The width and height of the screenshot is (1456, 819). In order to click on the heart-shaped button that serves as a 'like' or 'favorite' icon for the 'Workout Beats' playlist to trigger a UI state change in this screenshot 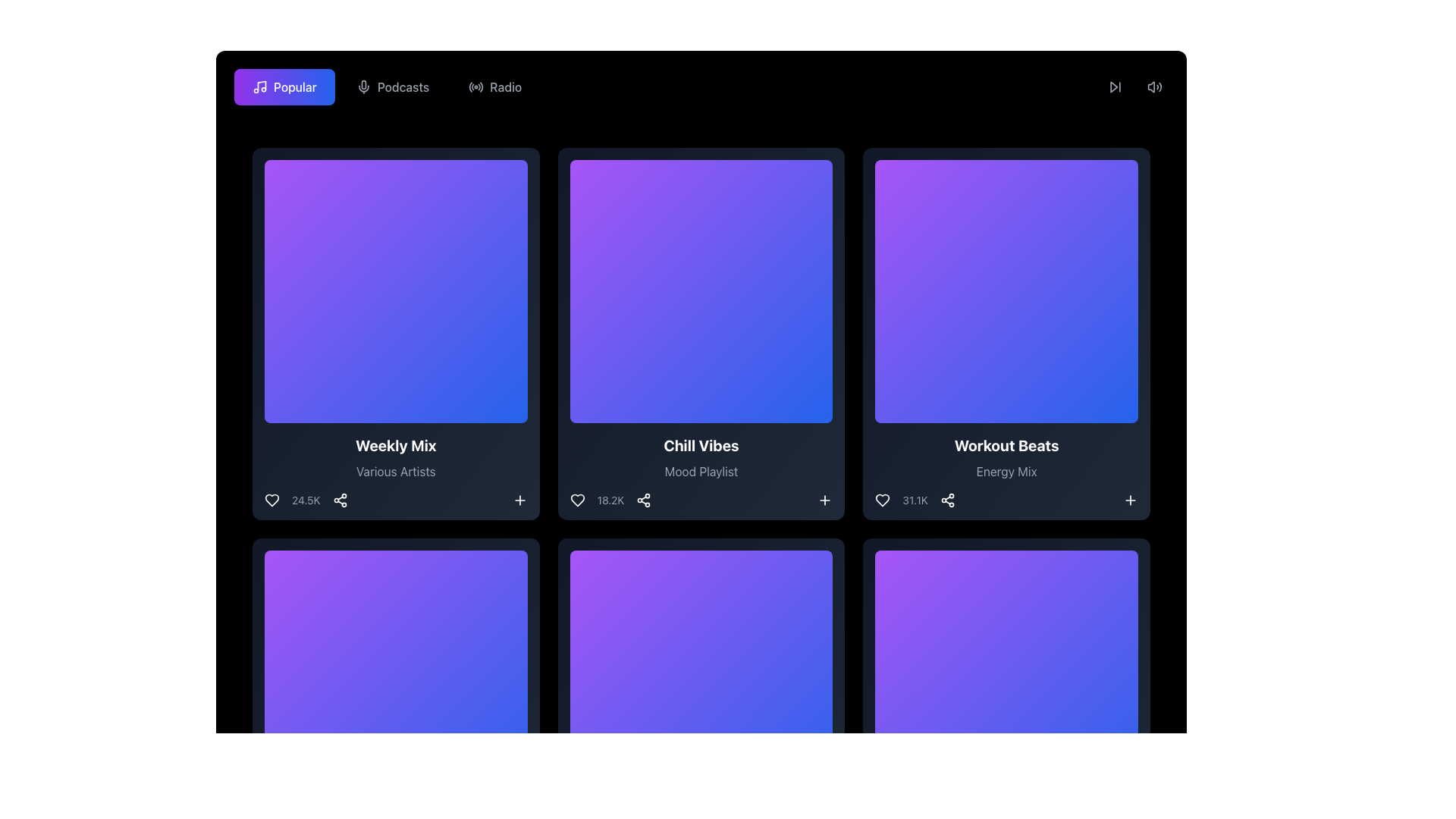, I will do `click(883, 500)`.